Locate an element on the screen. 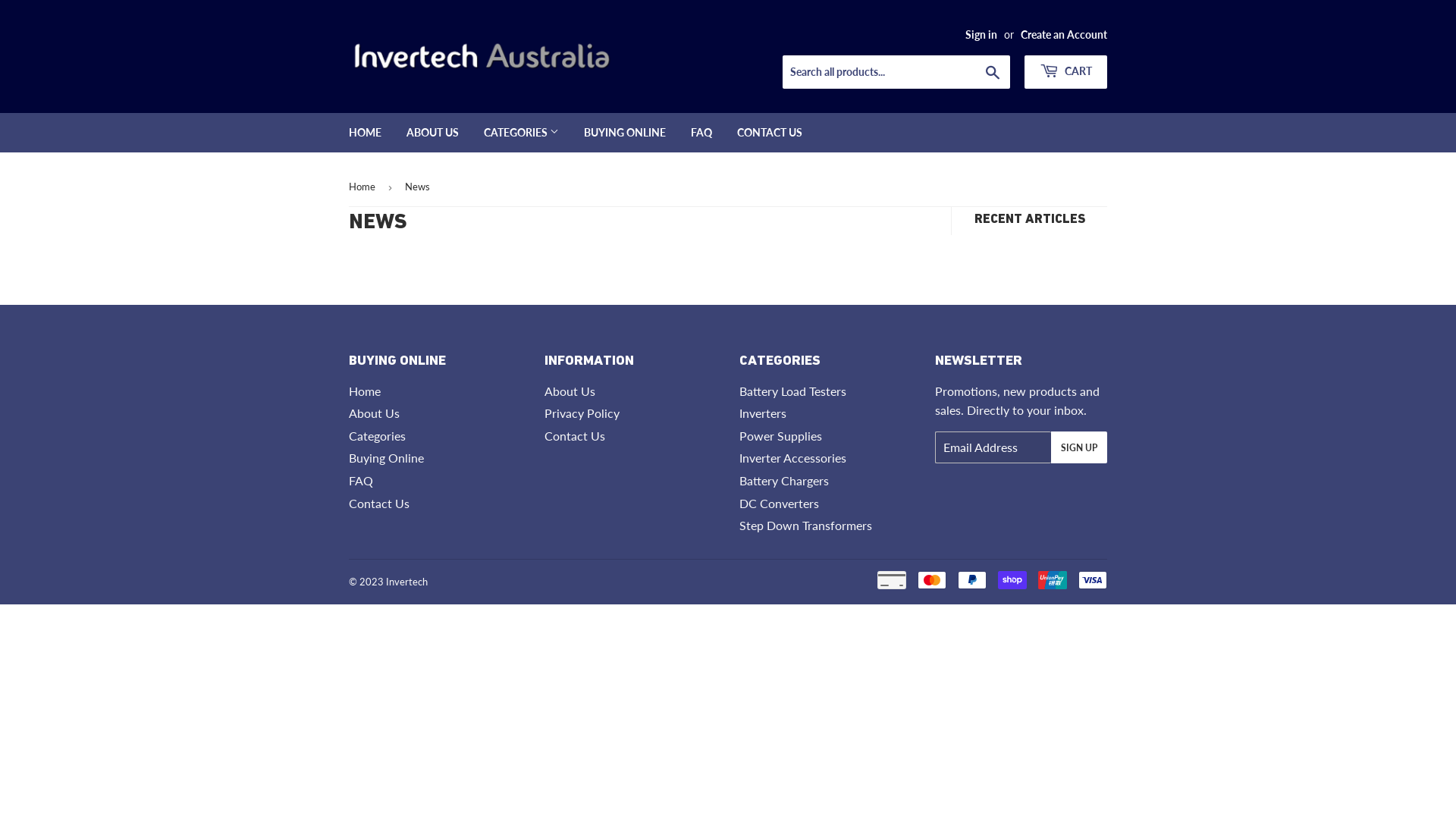  'Step Down Transformers' is located at coordinates (805, 524).